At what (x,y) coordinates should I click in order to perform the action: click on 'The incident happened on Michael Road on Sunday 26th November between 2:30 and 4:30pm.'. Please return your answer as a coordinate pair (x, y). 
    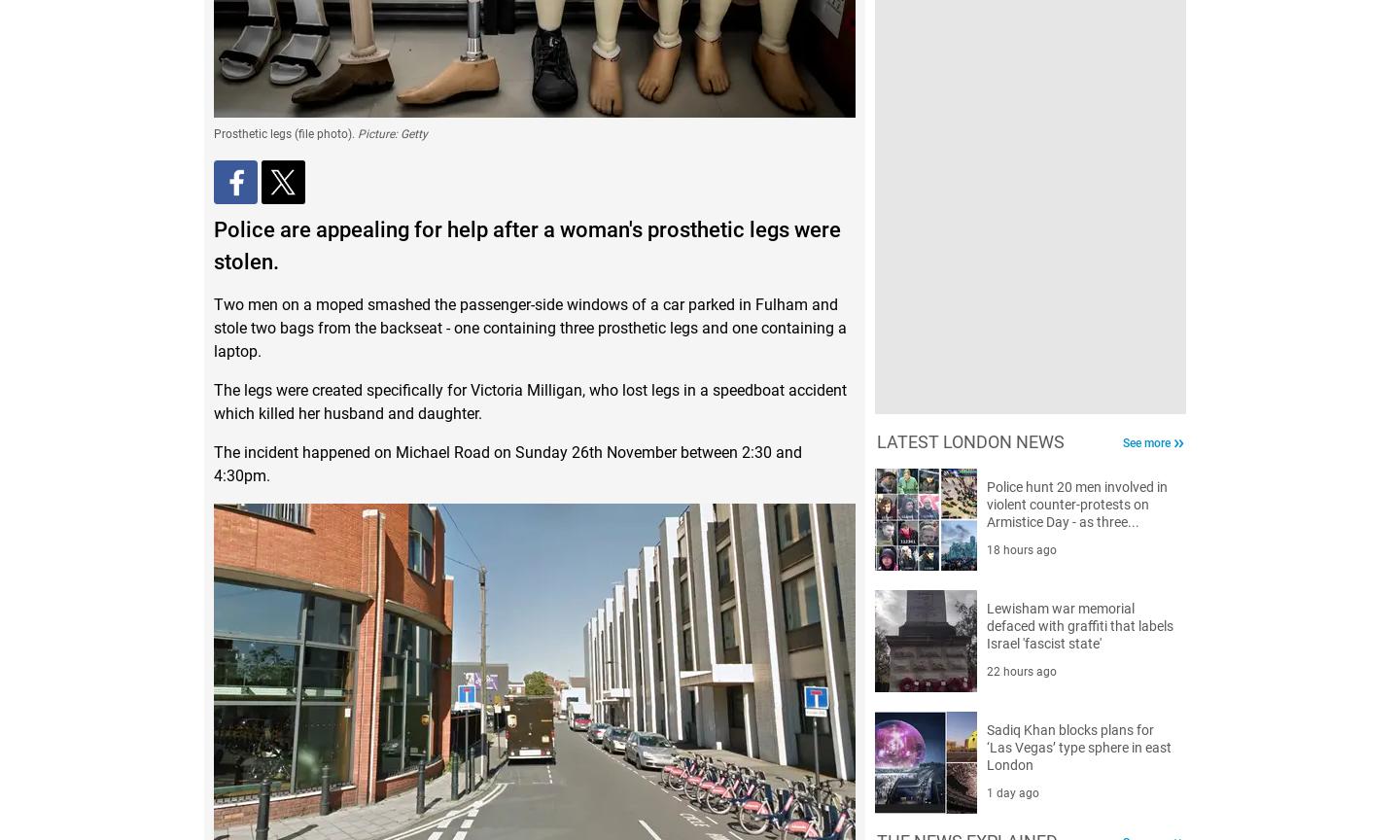
    Looking at the image, I should click on (507, 464).